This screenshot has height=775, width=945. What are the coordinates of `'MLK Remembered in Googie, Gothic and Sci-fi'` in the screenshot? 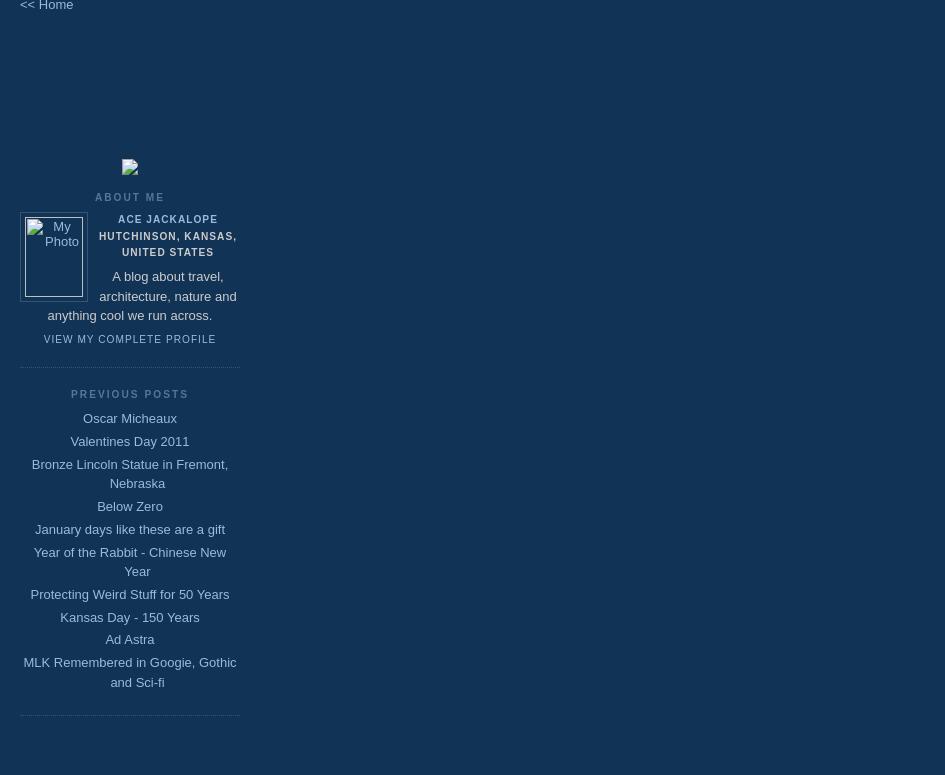 It's located at (128, 671).